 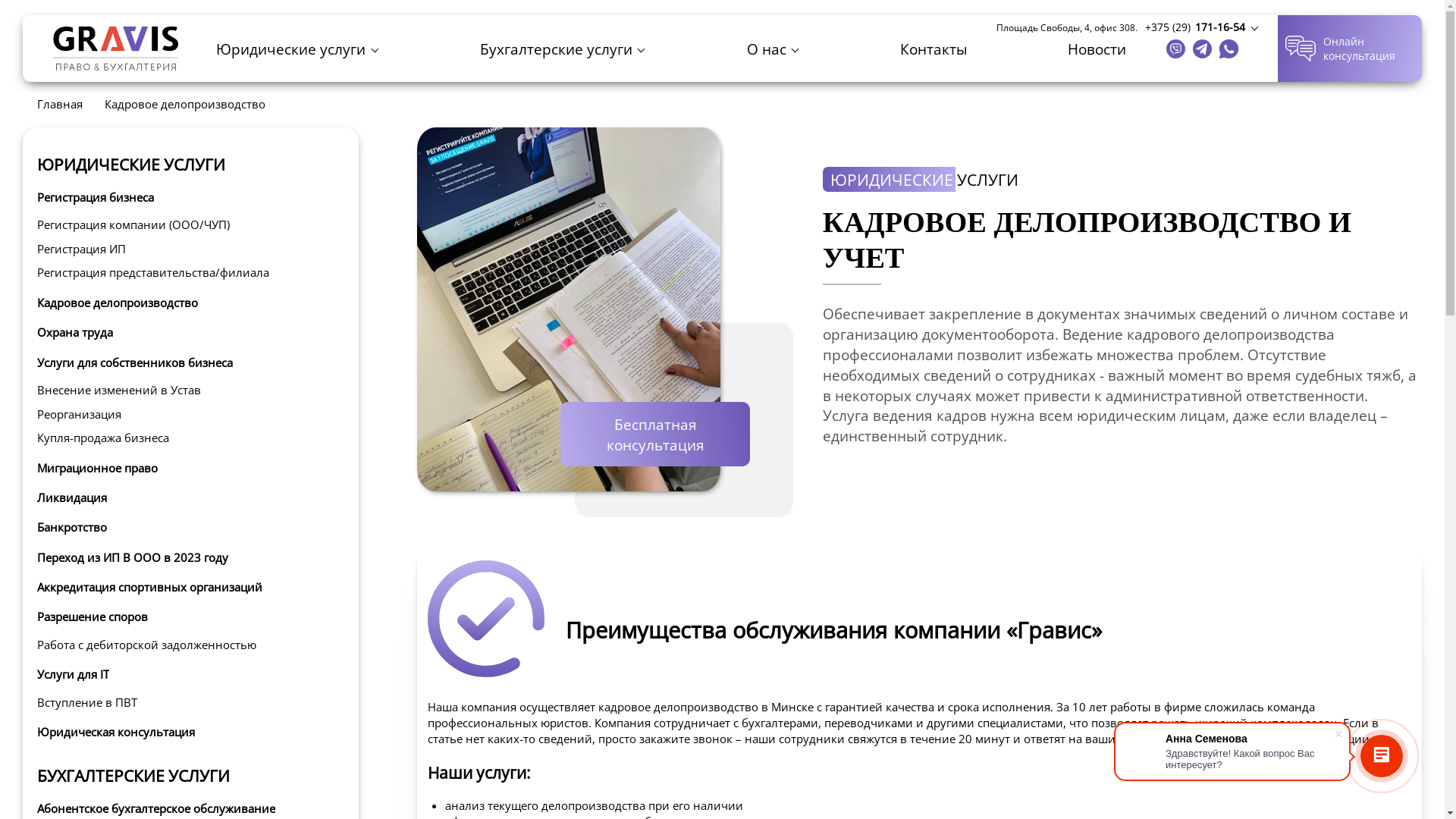 What do you see at coordinates (1200, 27) in the screenshot?
I see `'+375 (29)` at bounding box center [1200, 27].